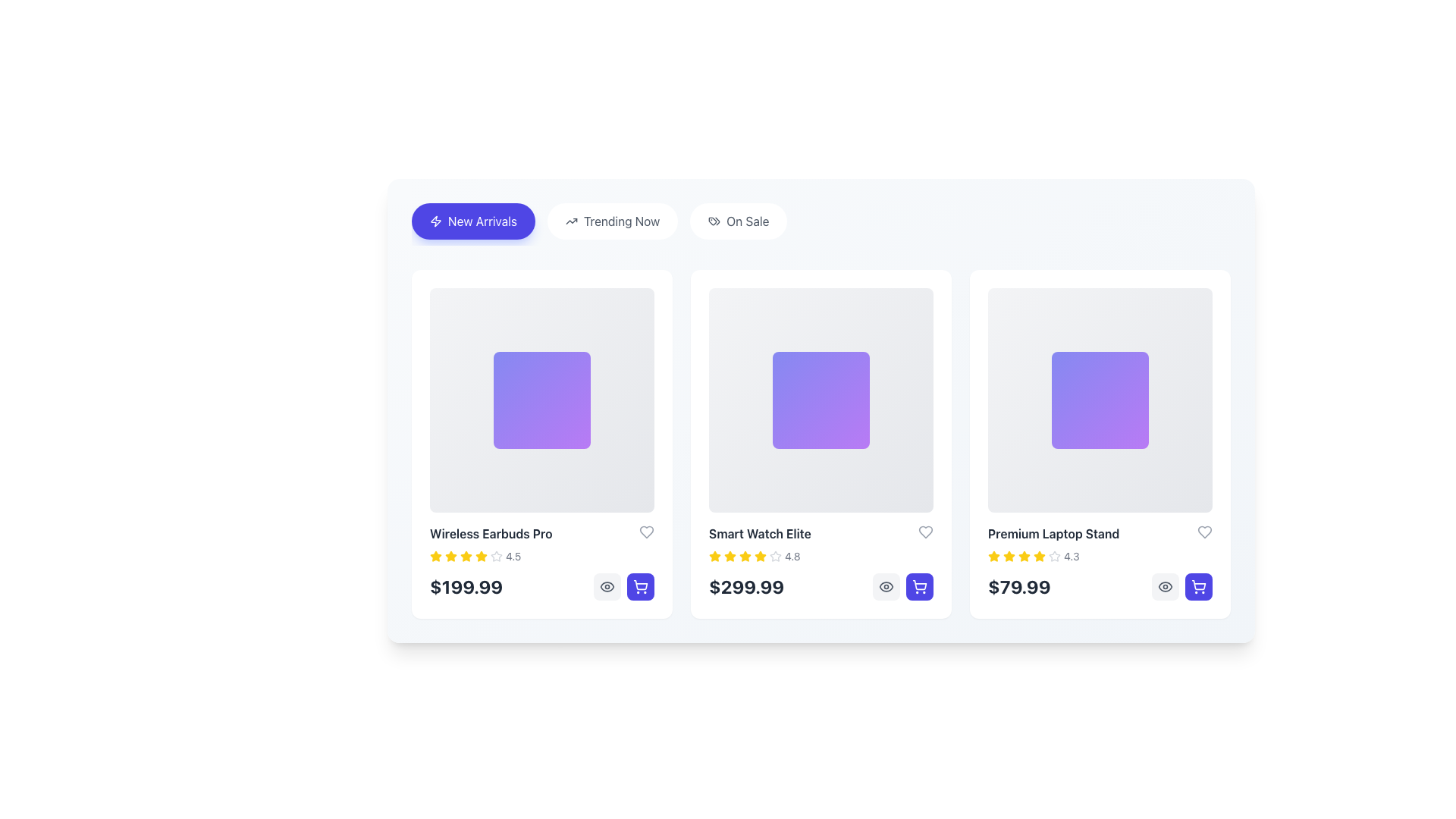 The image size is (1456, 819). What do you see at coordinates (570, 221) in the screenshot?
I see `the small upward arrow icon located to the left of the 'Trending Now' text within a button-like component in the menu bar` at bounding box center [570, 221].